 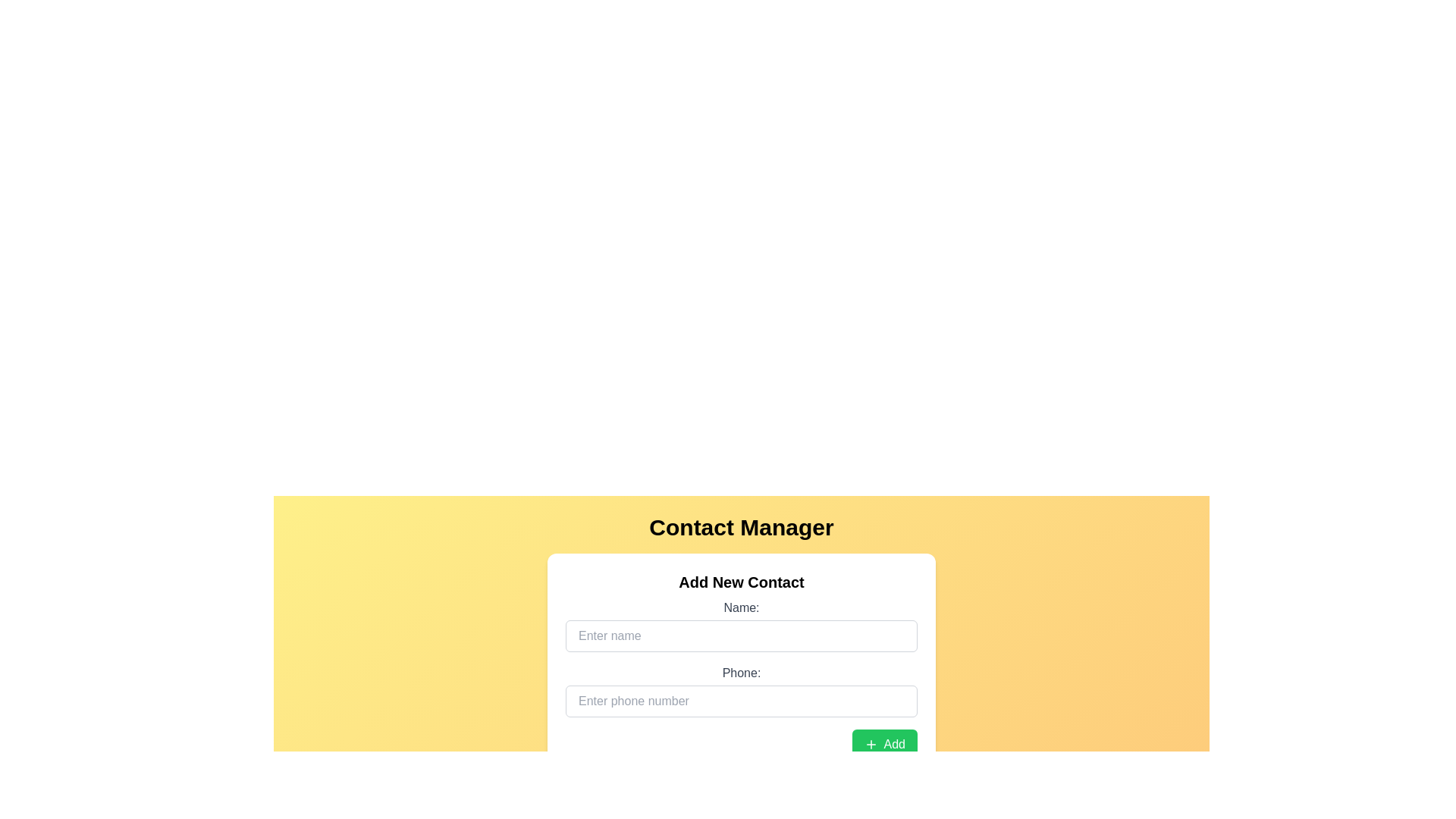 I want to click on the 'Contact Manager' text header, which is a bold, large-font title centered above the main content form on a gradient yellow-orange background, so click(x=742, y=526).